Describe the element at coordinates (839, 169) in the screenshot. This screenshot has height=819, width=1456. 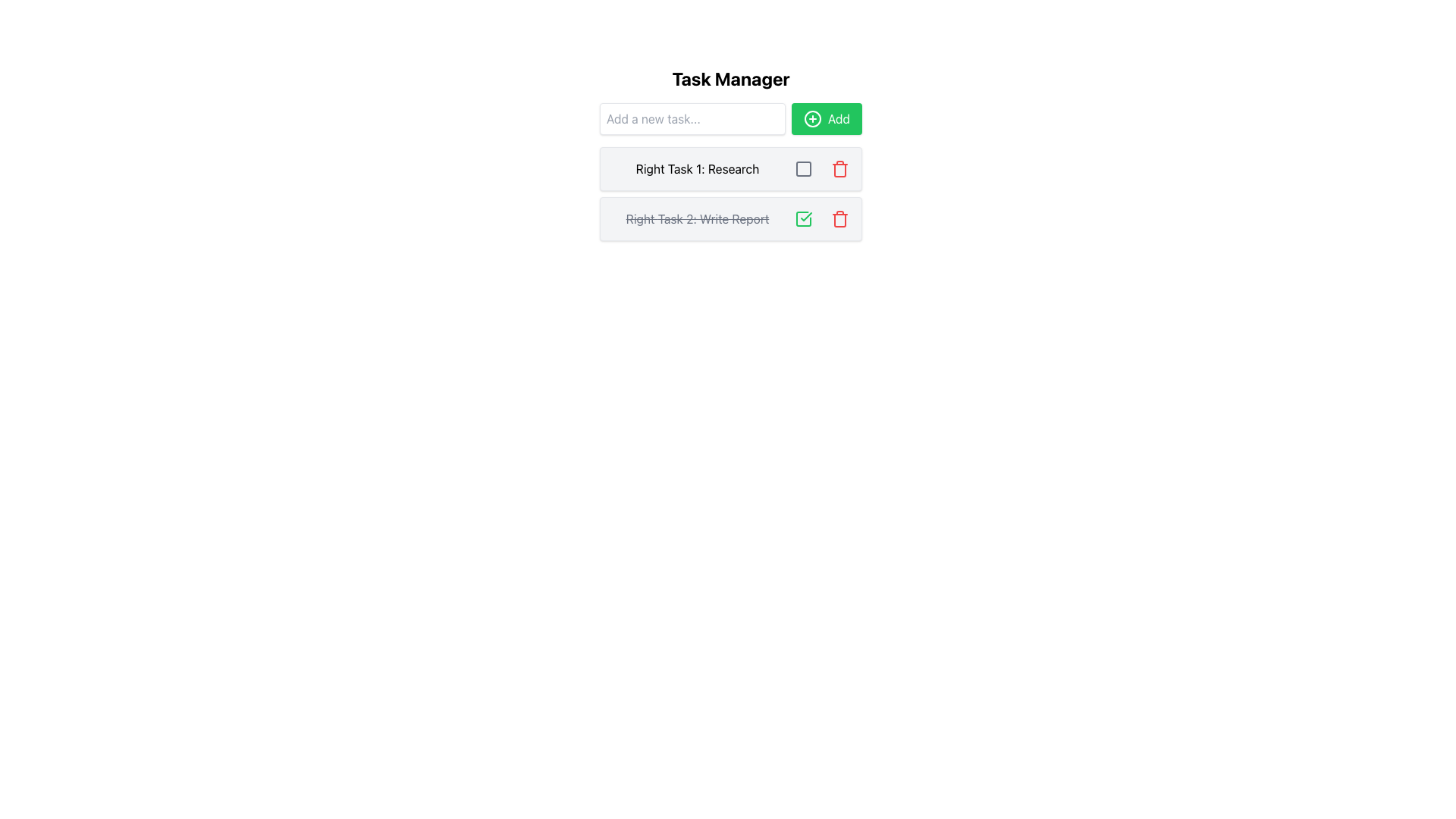
I see `the trashcan icon, which is styled with a red stroke color and located in the second task row at the far right edge` at that location.